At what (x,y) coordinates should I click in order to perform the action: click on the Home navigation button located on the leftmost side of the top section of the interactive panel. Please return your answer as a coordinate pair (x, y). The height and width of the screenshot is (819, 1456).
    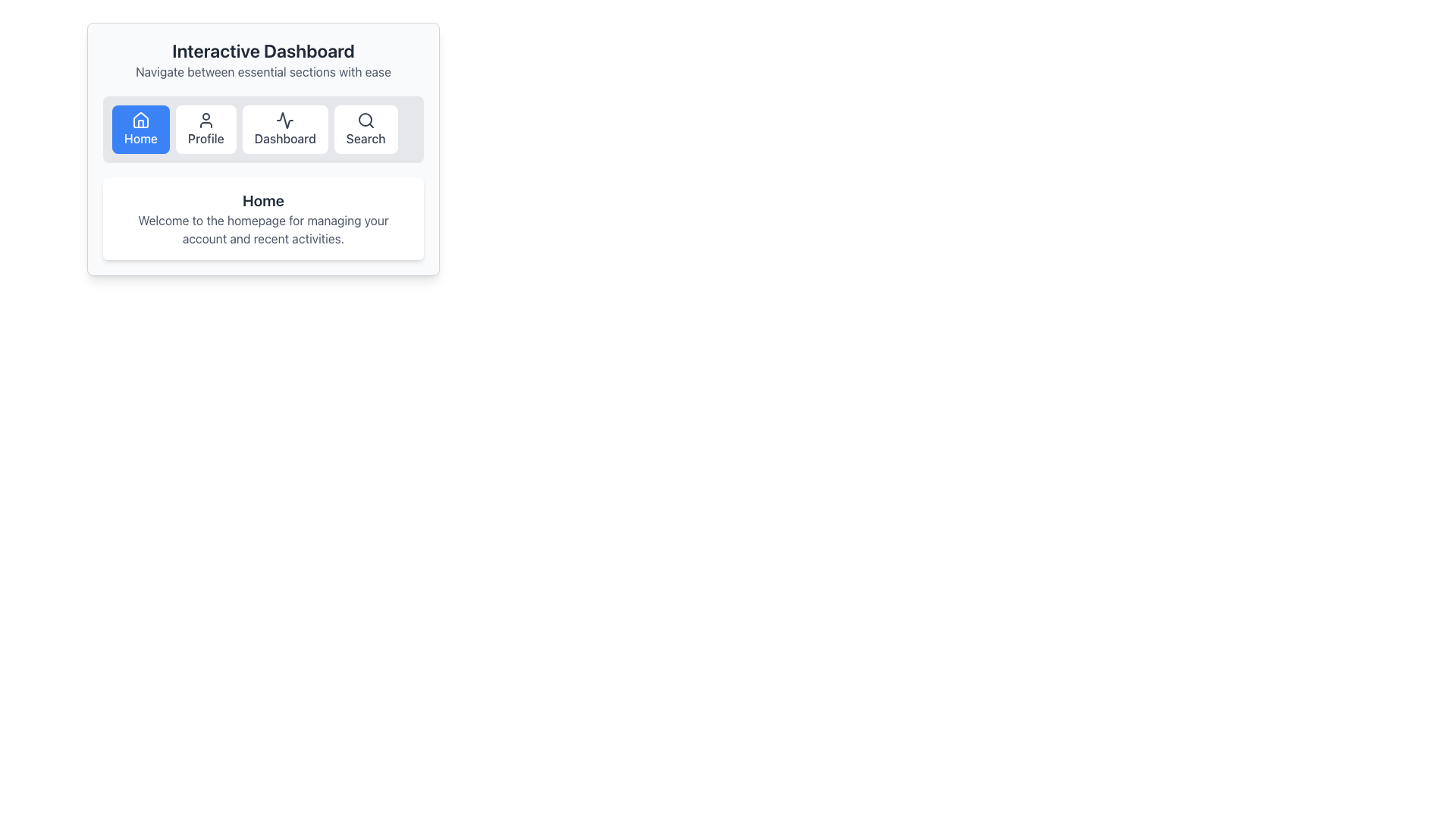
    Looking at the image, I should click on (141, 128).